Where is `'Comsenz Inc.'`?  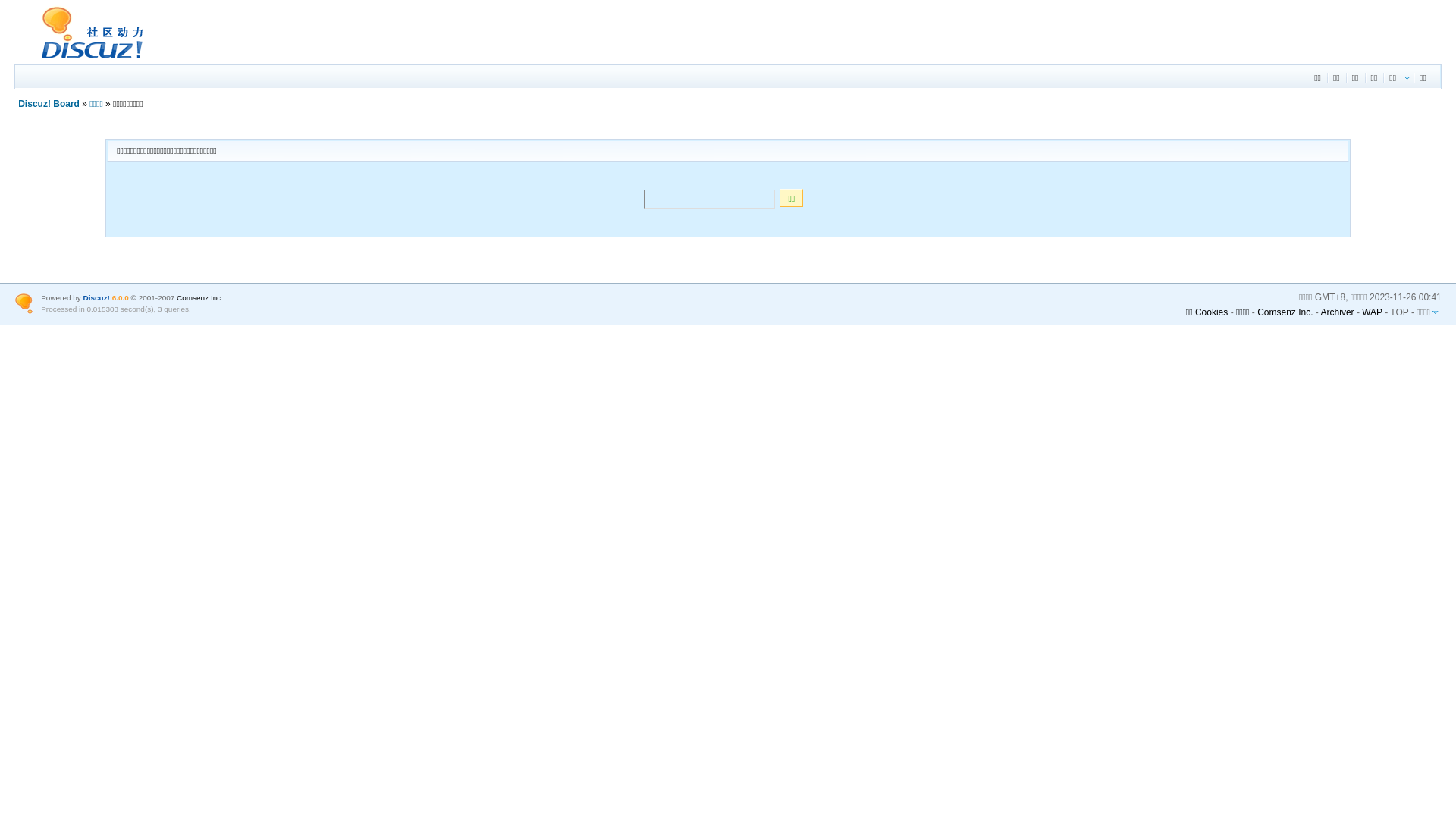
'Comsenz Inc.' is located at coordinates (199, 297).